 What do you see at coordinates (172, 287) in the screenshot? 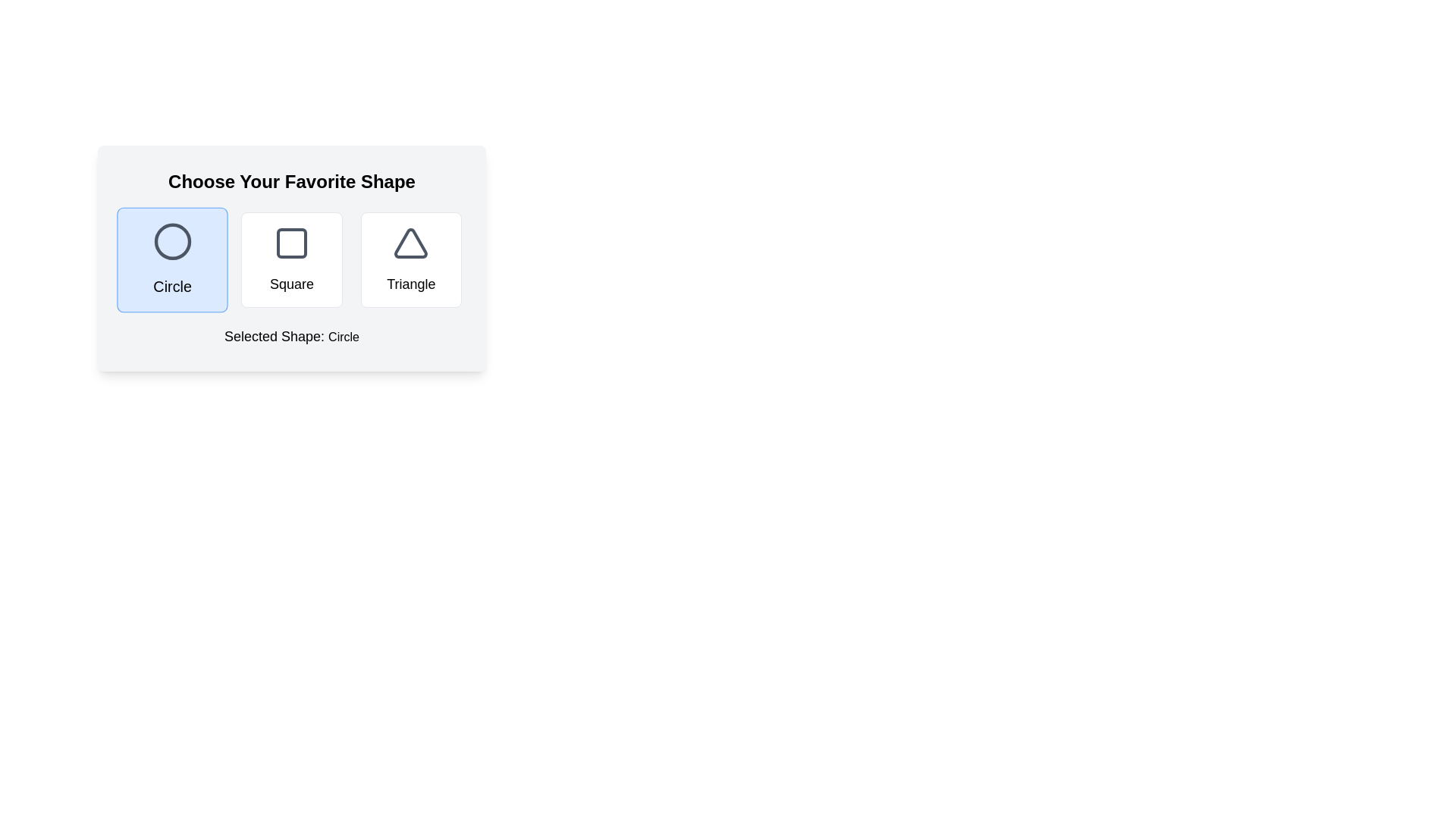
I see `text of the text label displaying 'Circle', which is styled in bold and medium-sized font and located below a circular icon` at bounding box center [172, 287].